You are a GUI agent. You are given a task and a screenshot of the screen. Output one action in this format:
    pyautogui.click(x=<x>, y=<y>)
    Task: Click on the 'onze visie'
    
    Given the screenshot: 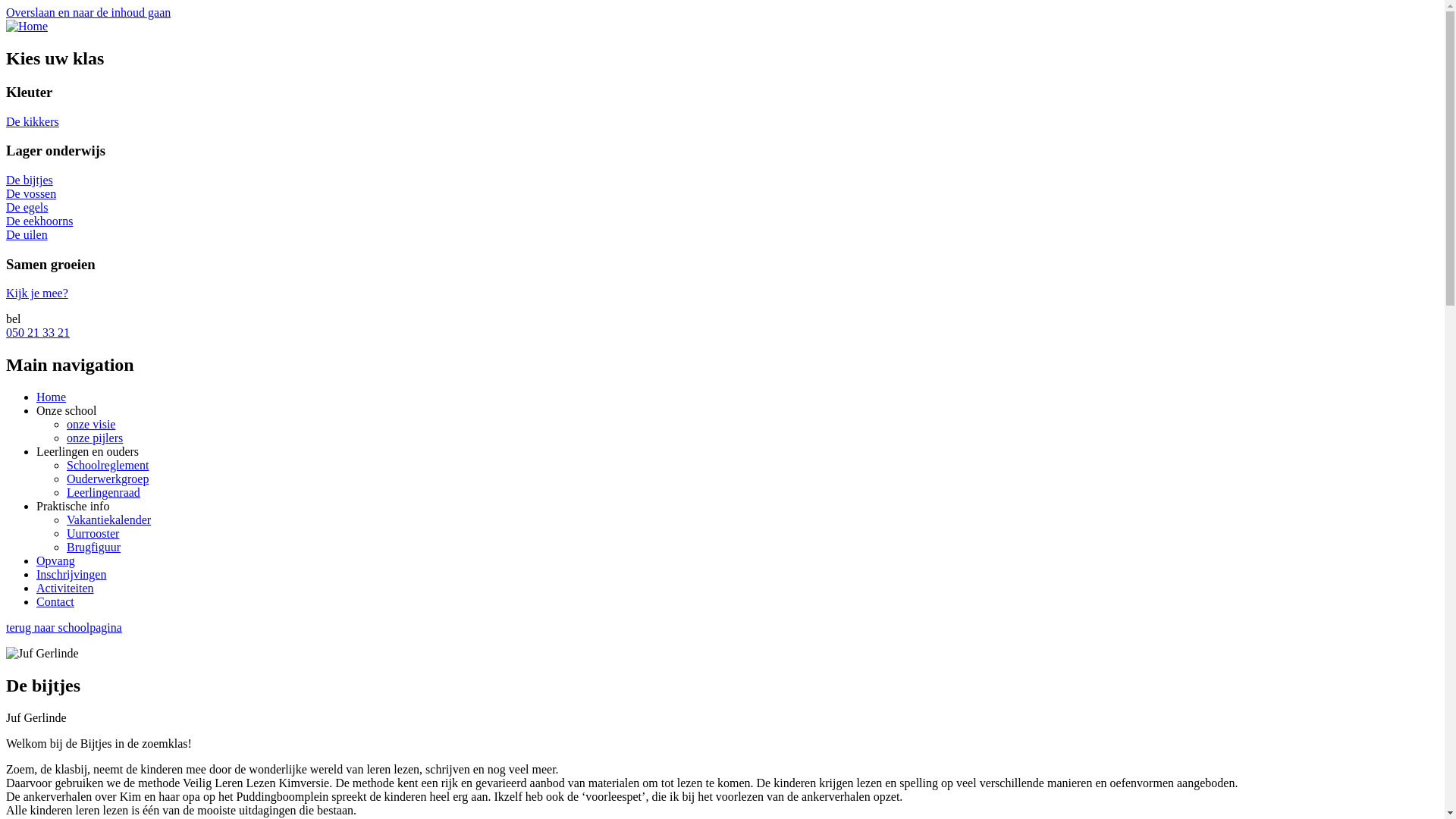 What is the action you would take?
    pyautogui.click(x=90, y=424)
    